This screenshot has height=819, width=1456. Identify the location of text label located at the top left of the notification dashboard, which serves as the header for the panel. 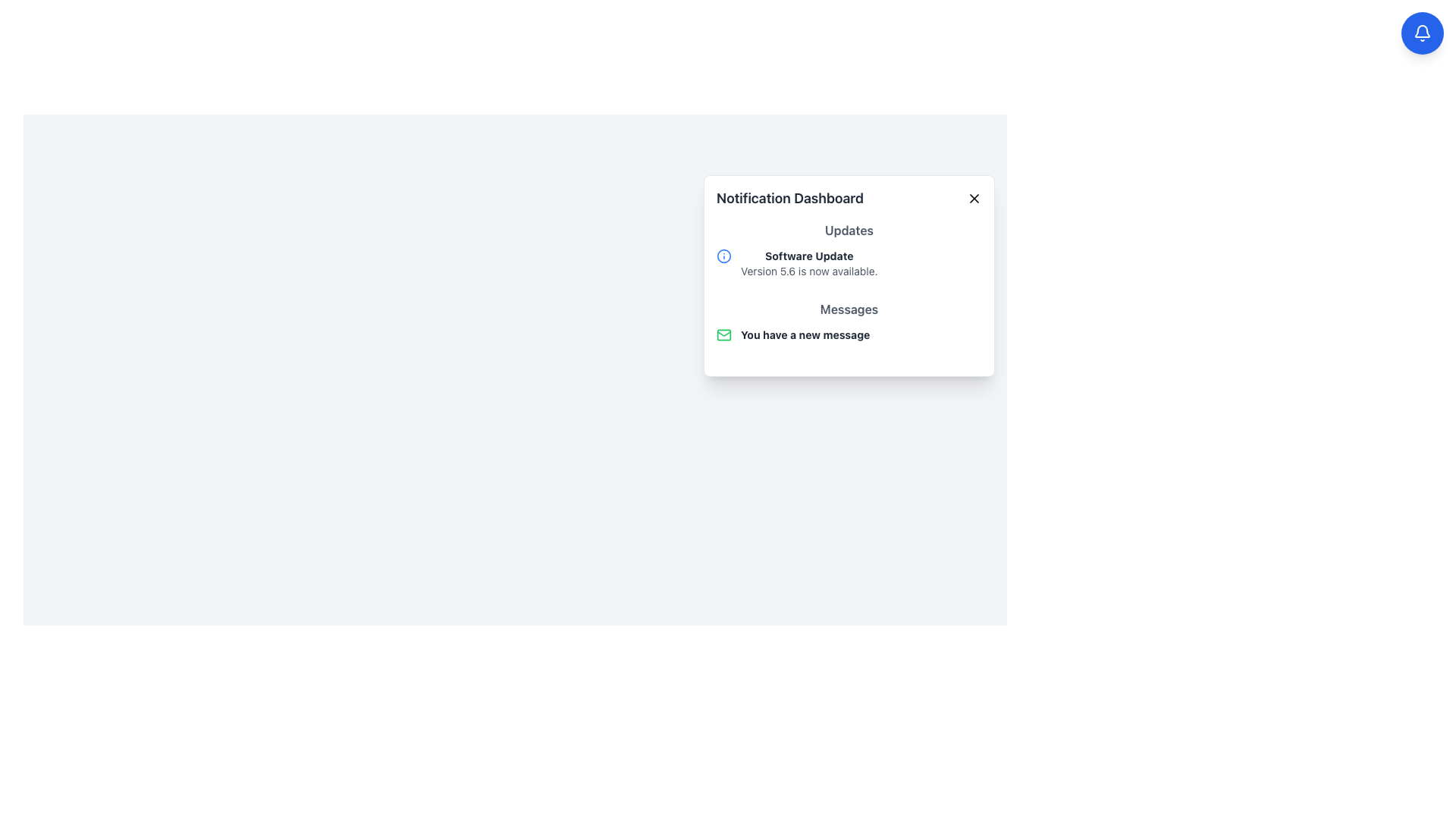
(848, 198).